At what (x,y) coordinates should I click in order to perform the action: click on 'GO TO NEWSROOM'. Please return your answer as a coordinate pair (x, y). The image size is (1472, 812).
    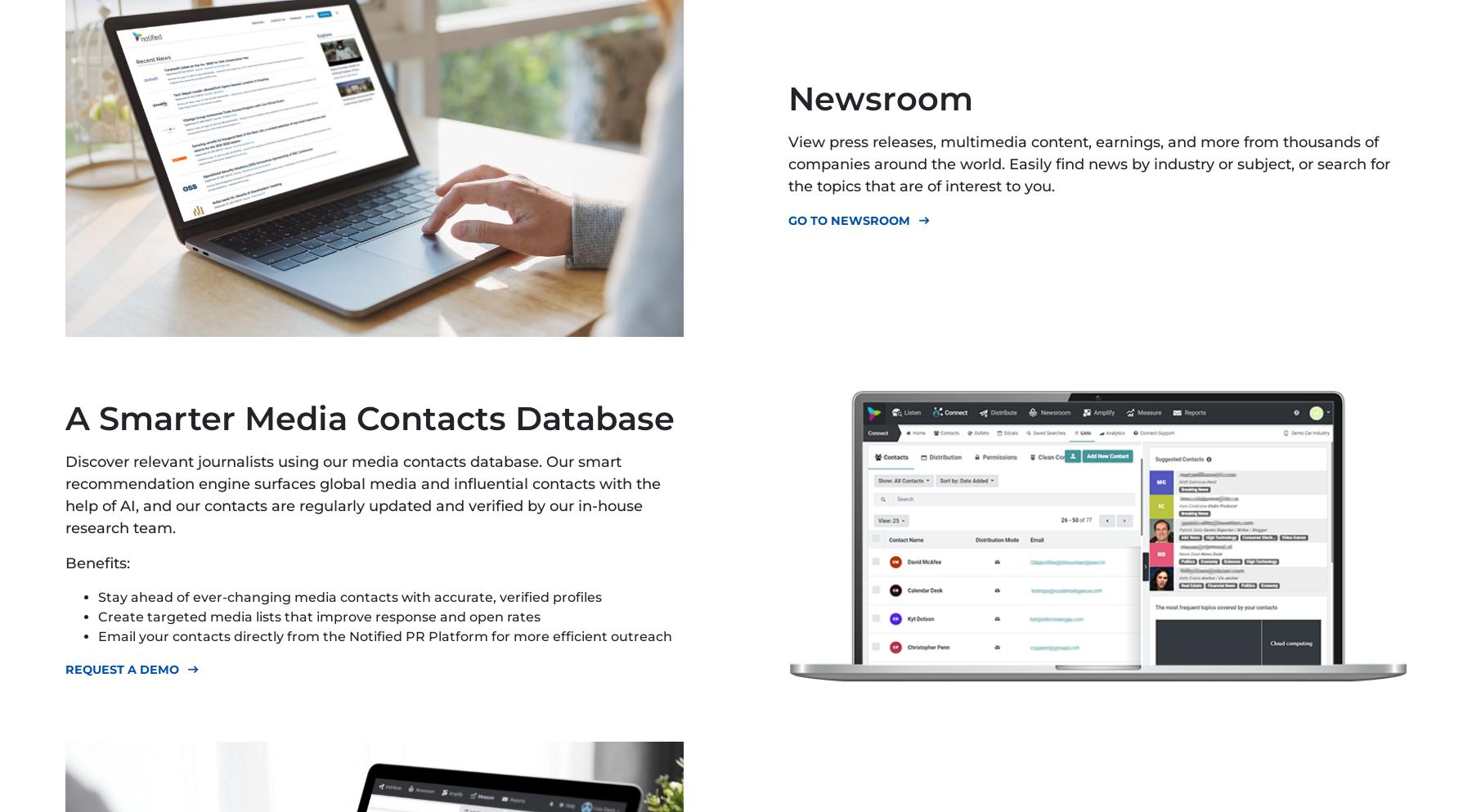
    Looking at the image, I should click on (849, 220).